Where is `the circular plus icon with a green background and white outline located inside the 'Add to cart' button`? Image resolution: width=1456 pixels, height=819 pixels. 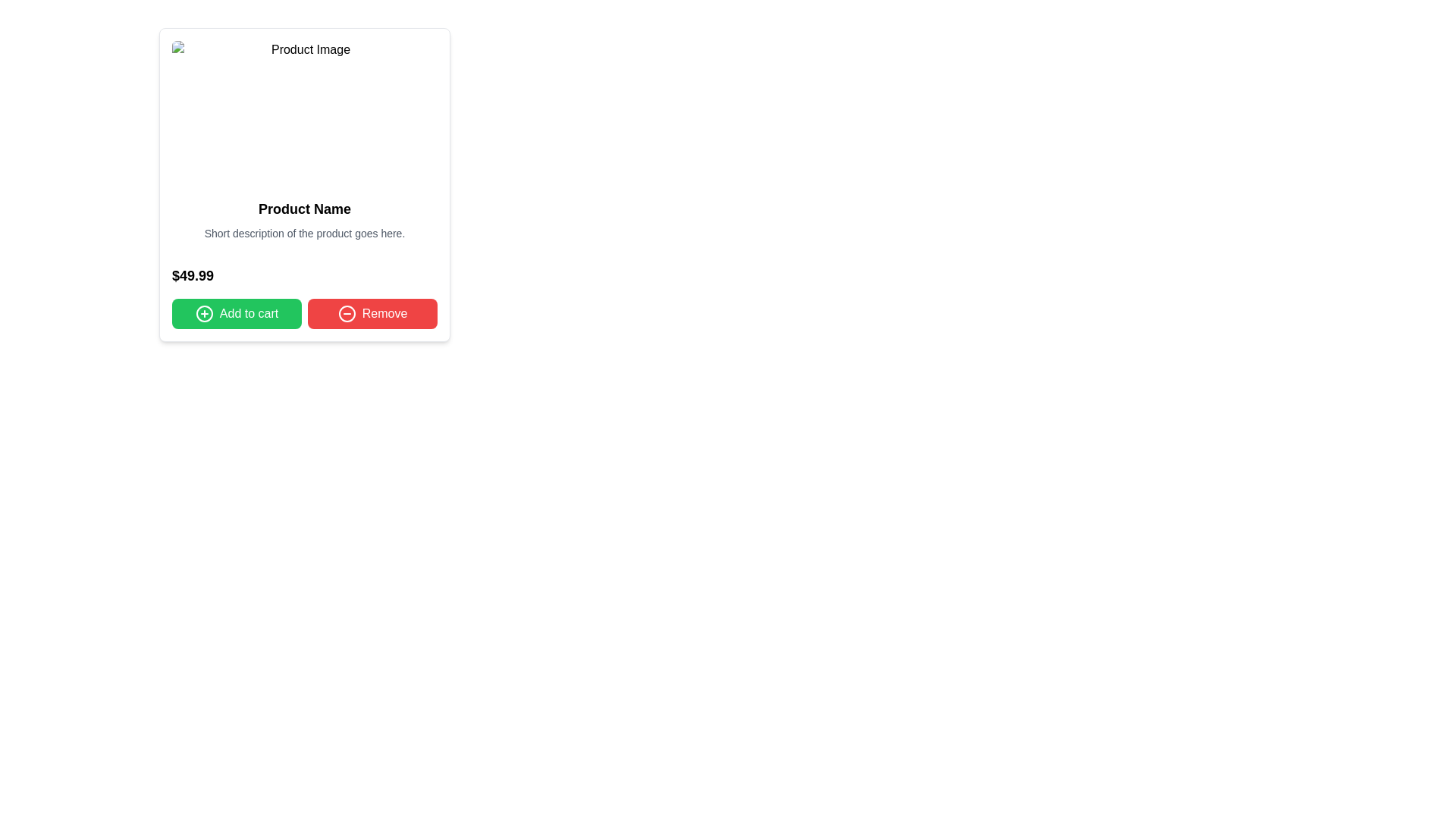 the circular plus icon with a green background and white outline located inside the 'Add to cart' button is located at coordinates (203, 312).